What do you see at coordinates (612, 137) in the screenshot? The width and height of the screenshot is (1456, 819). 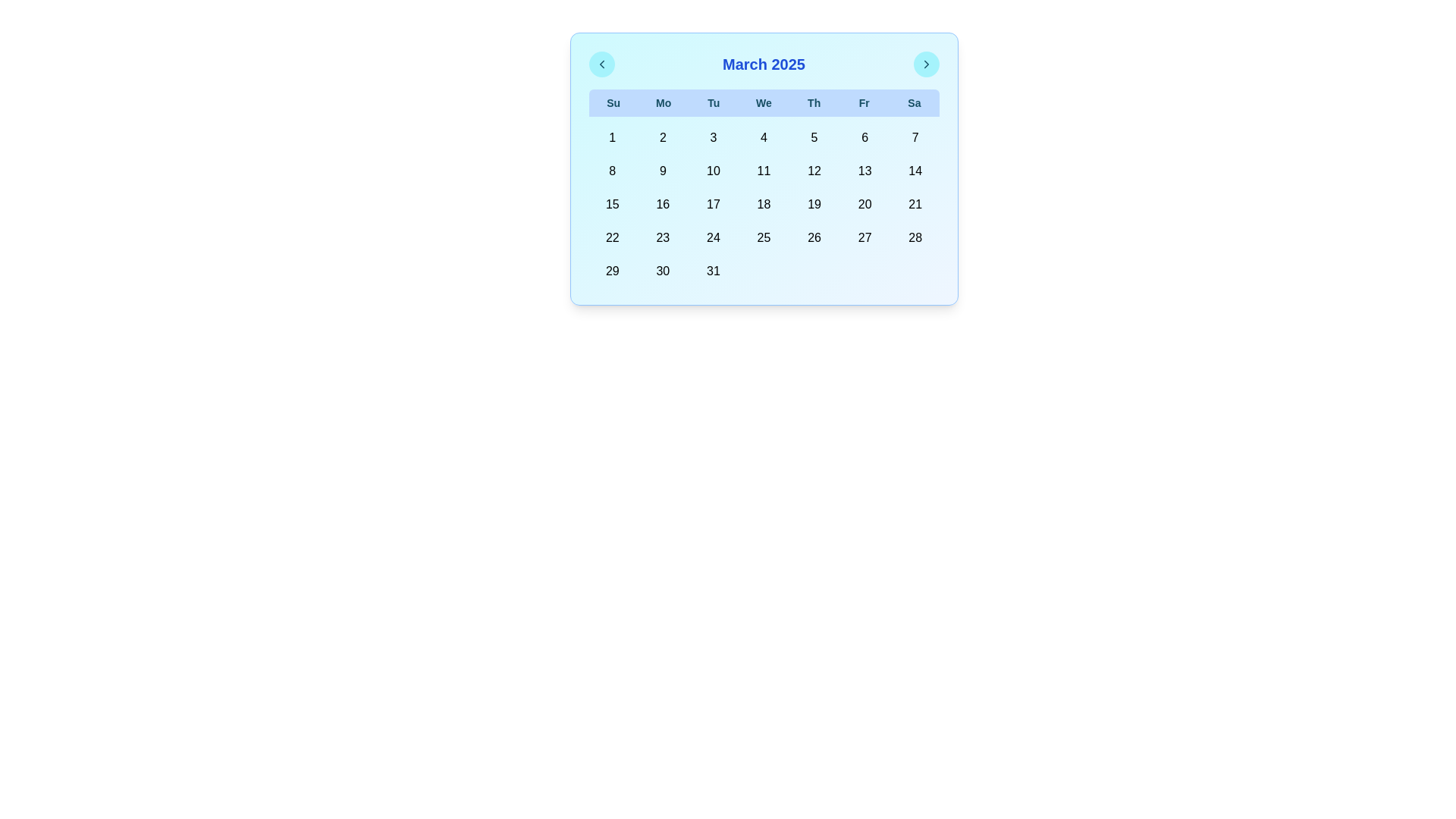 I see `the button labeled '1', which is styled with rounded edges and a light blue background` at bounding box center [612, 137].